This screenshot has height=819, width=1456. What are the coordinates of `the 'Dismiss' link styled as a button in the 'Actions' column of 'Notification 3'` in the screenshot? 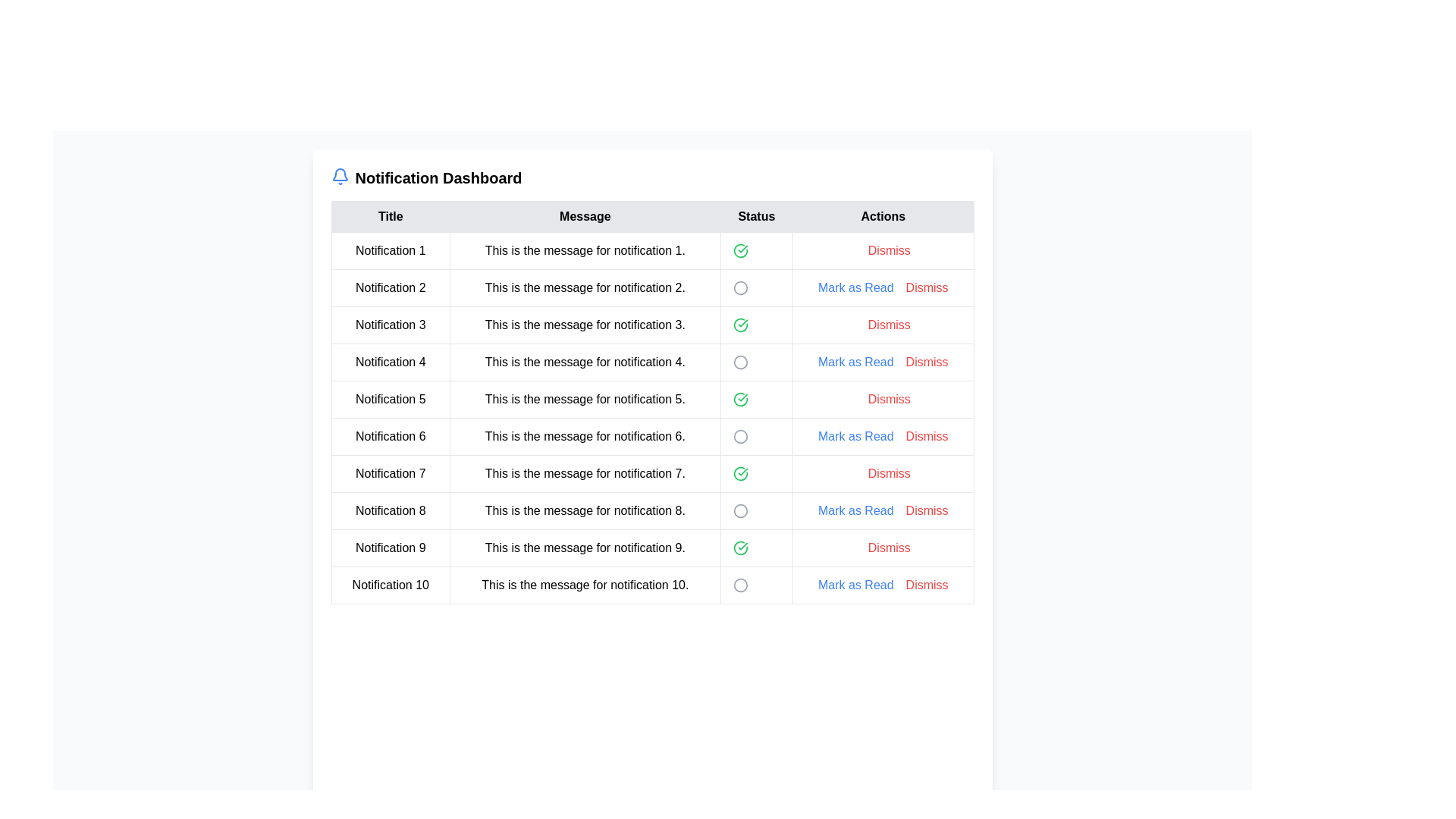 It's located at (882, 324).